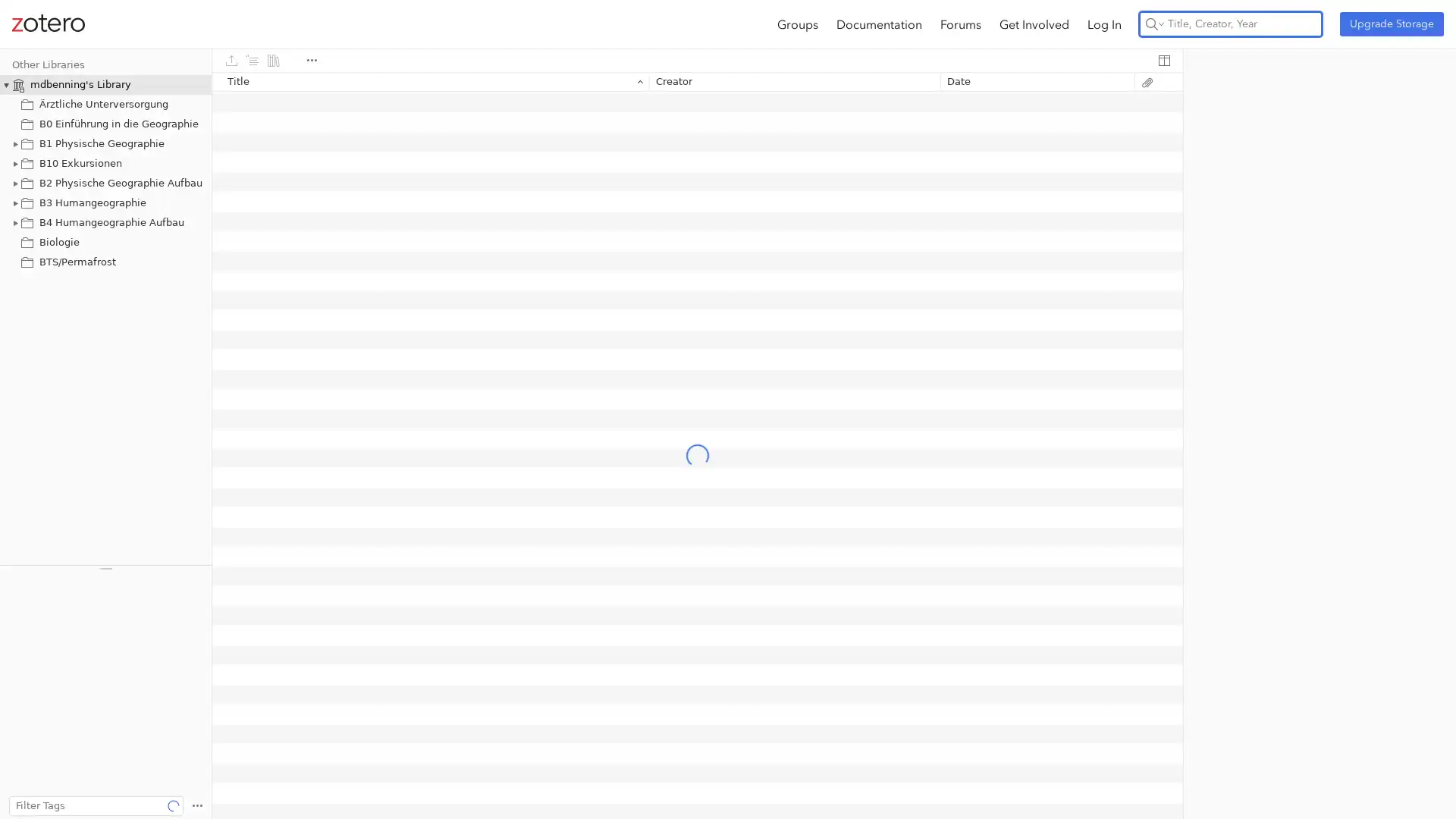  What do you see at coordinates (39, 642) in the screenshot?
I see `cartography` at bounding box center [39, 642].